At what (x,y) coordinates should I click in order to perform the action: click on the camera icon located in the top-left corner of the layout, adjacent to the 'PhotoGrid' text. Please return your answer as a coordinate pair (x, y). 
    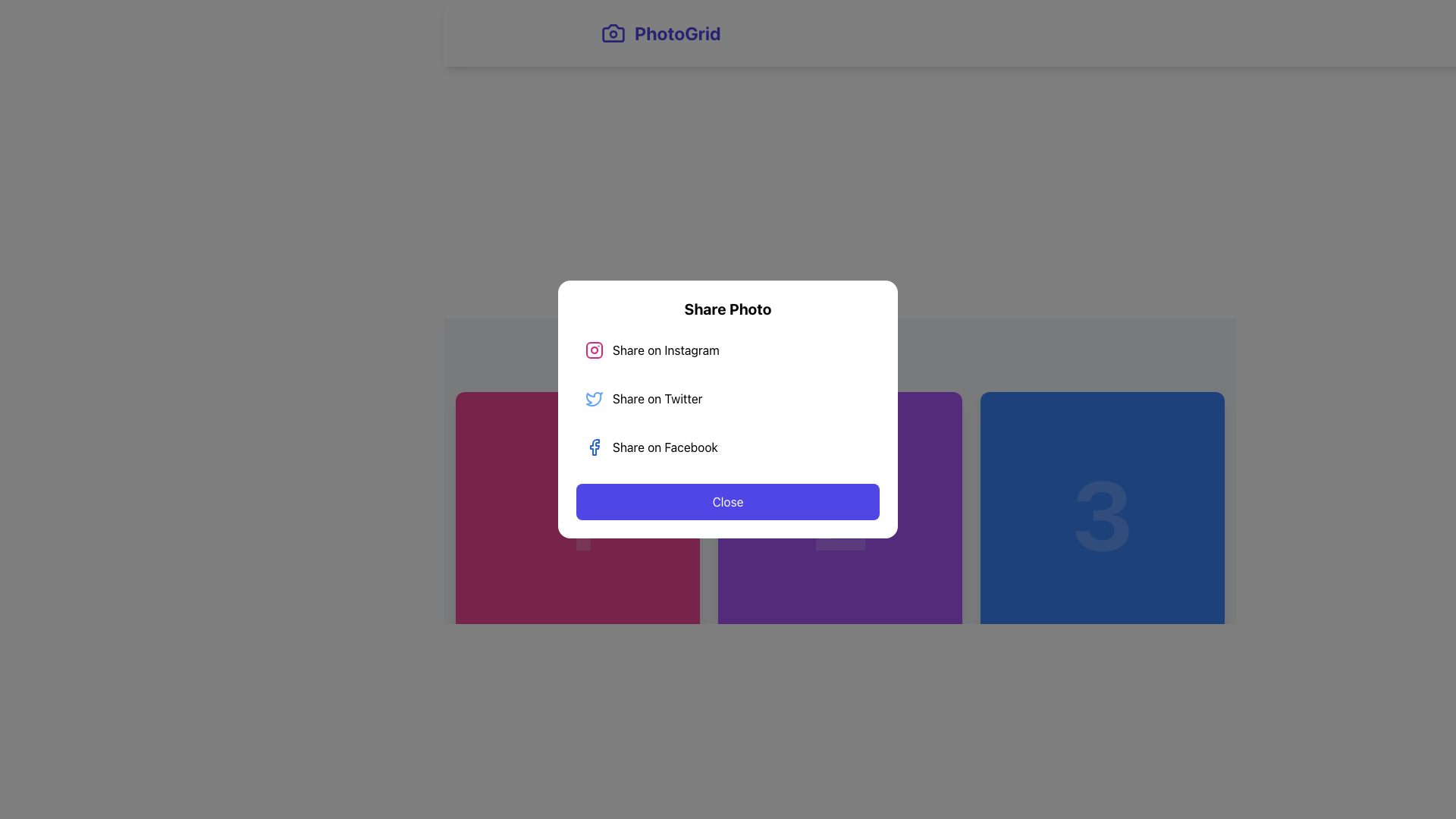
    Looking at the image, I should click on (613, 33).